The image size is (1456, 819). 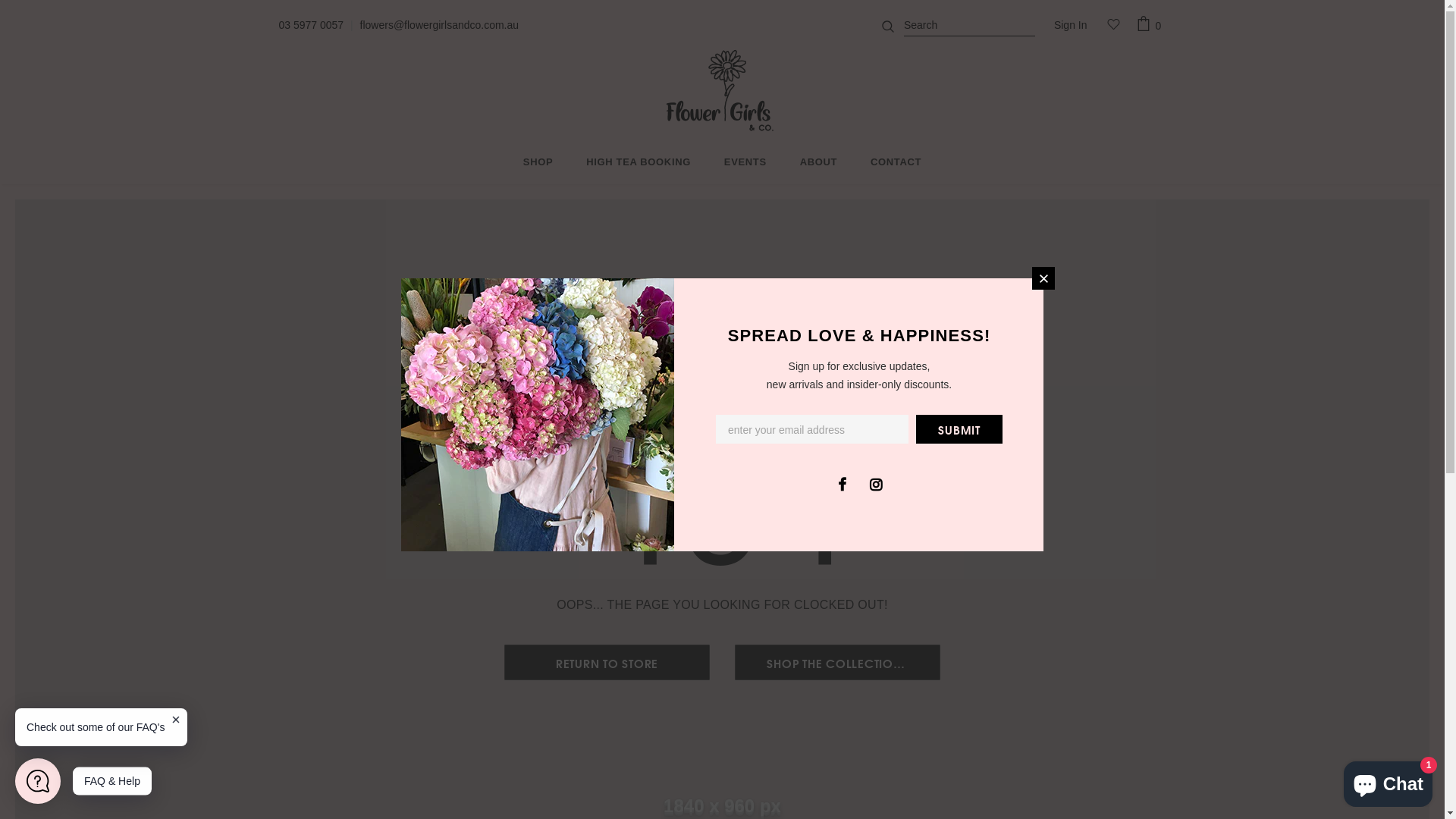 I want to click on 'Facebook', so click(x=840, y=482).